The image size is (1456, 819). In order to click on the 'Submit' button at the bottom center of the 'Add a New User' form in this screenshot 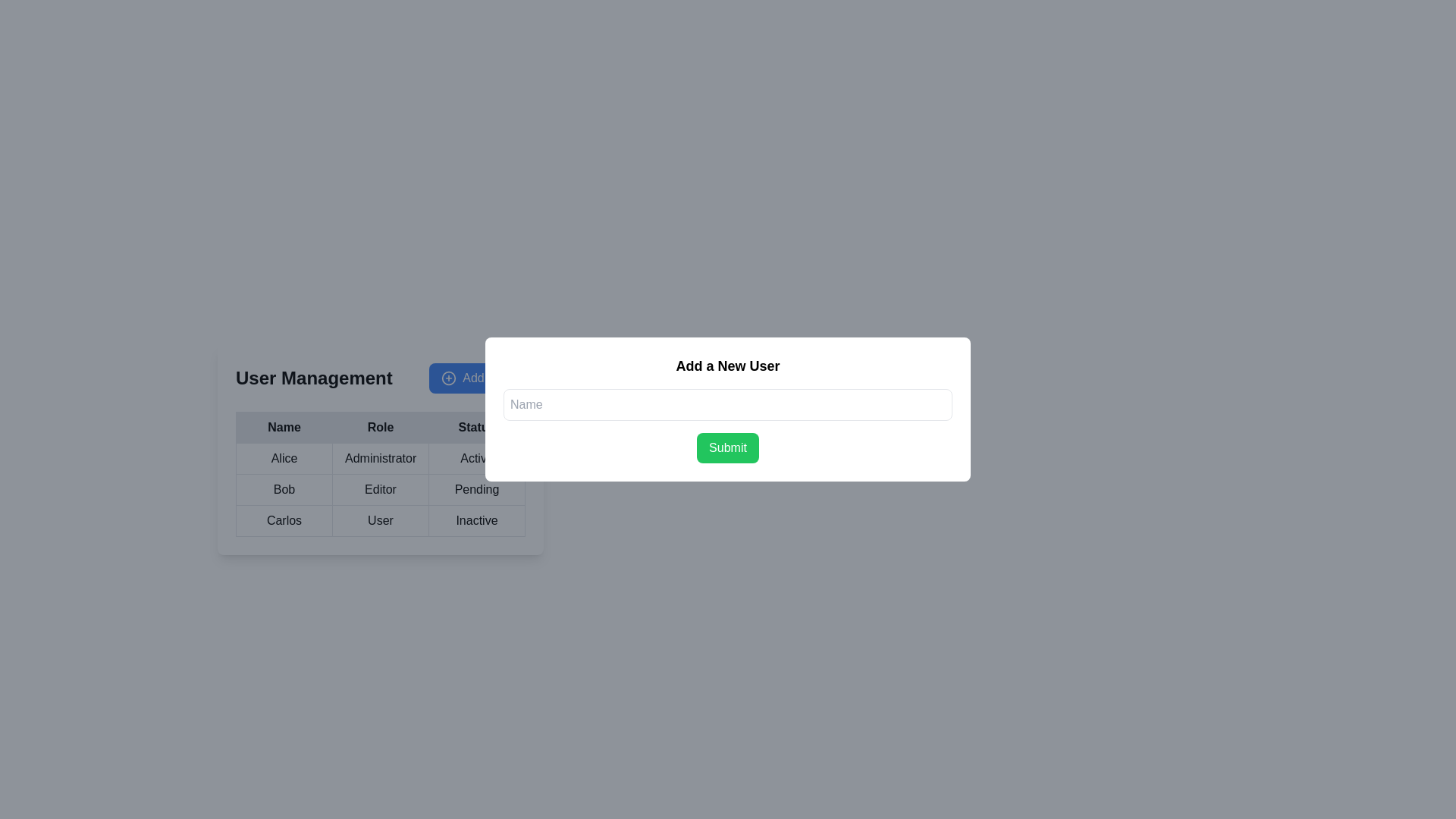, I will do `click(728, 447)`.